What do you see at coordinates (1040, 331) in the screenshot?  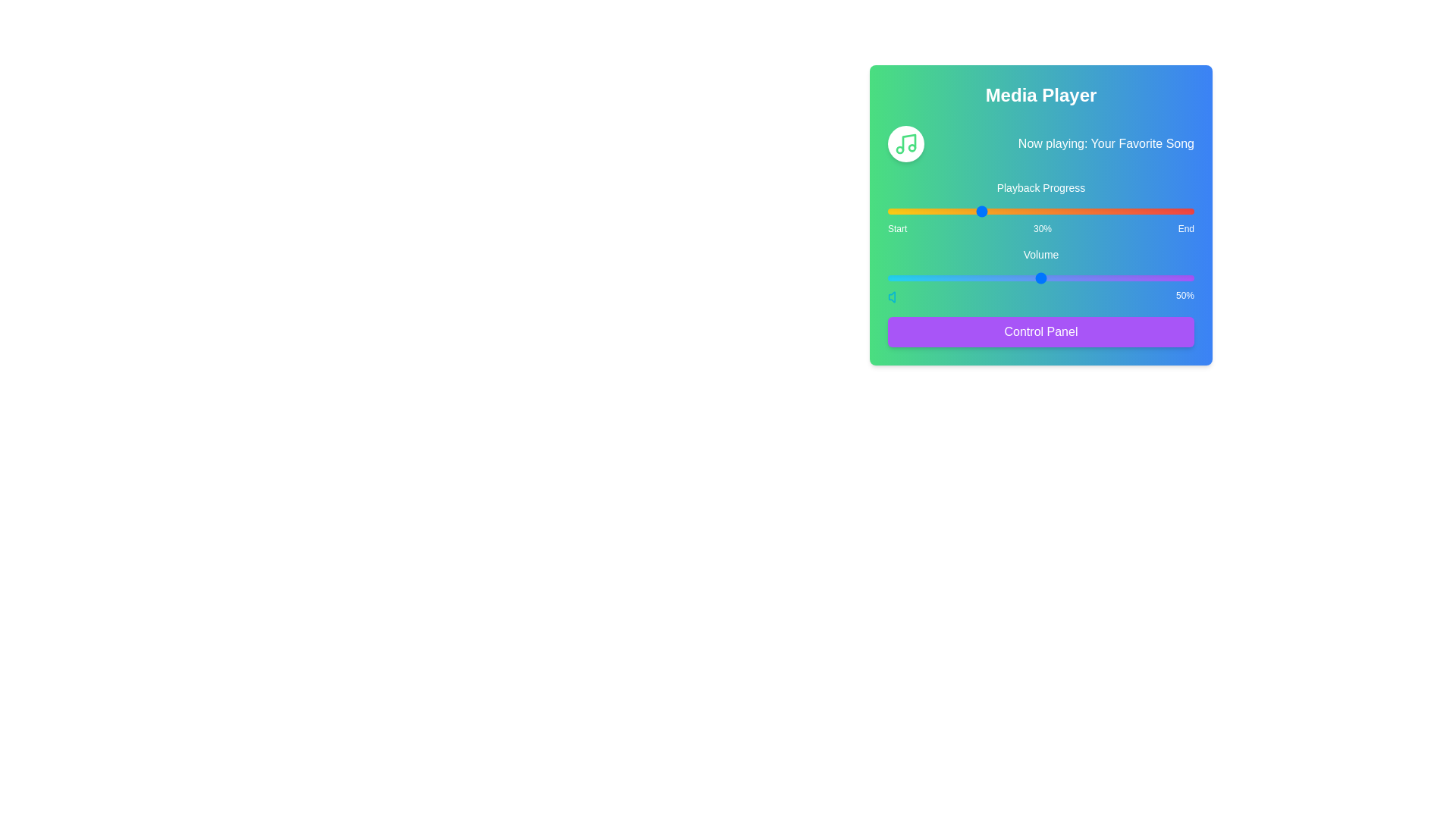 I see `'Control Panel' button` at bounding box center [1040, 331].